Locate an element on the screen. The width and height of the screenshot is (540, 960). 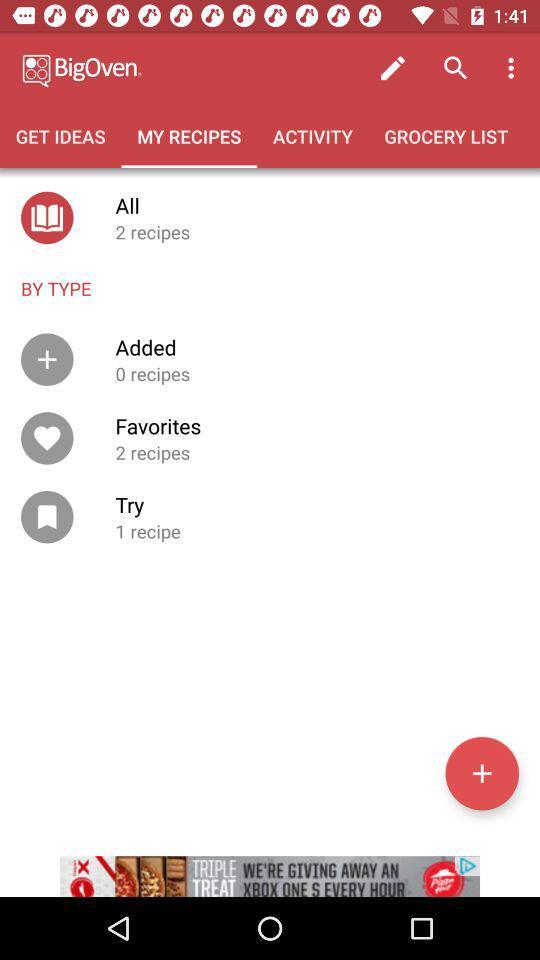
pop-up advertisement is located at coordinates (270, 863).